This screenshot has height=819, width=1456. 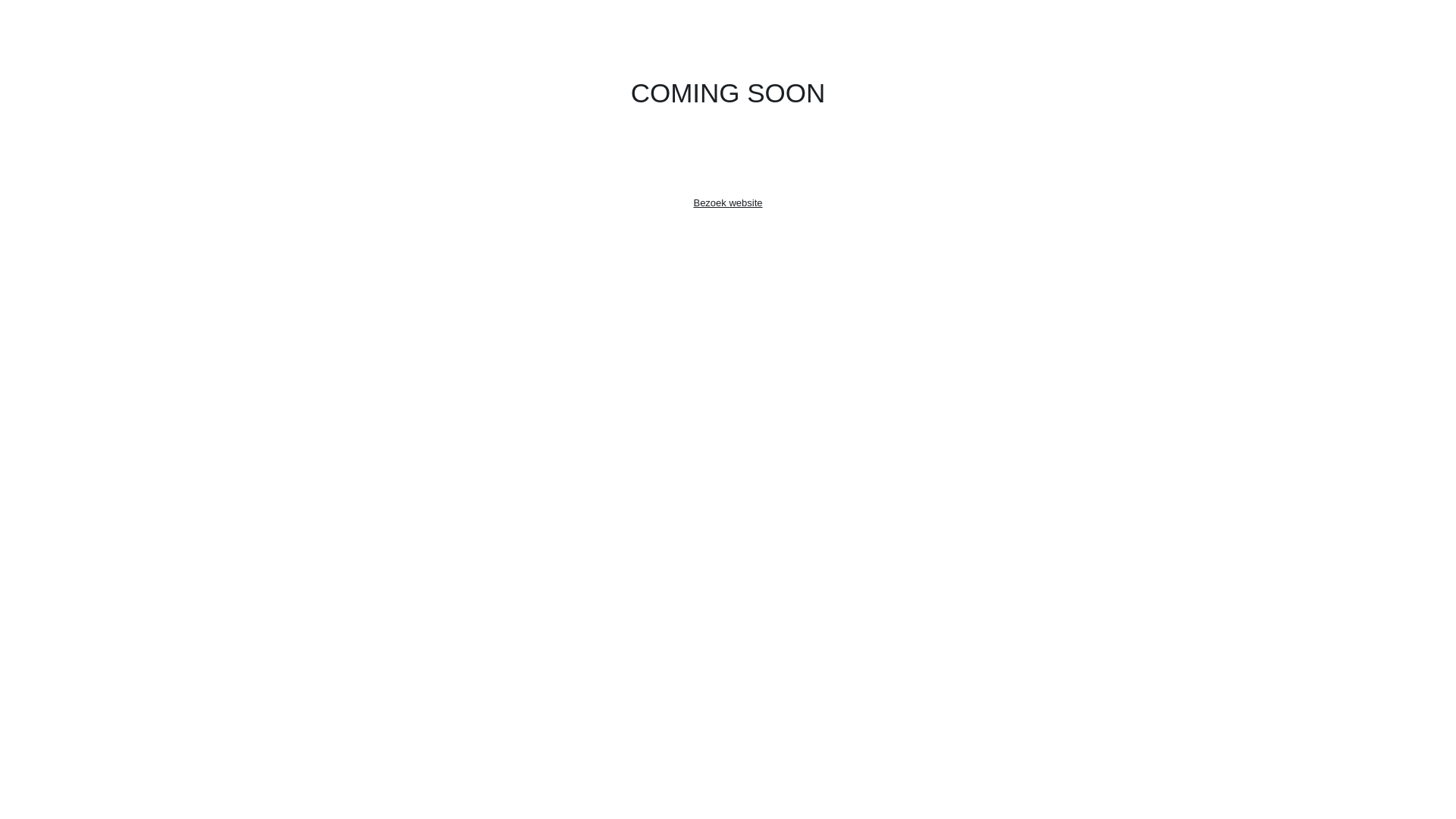 I want to click on 'Bezoek website', so click(x=726, y=202).